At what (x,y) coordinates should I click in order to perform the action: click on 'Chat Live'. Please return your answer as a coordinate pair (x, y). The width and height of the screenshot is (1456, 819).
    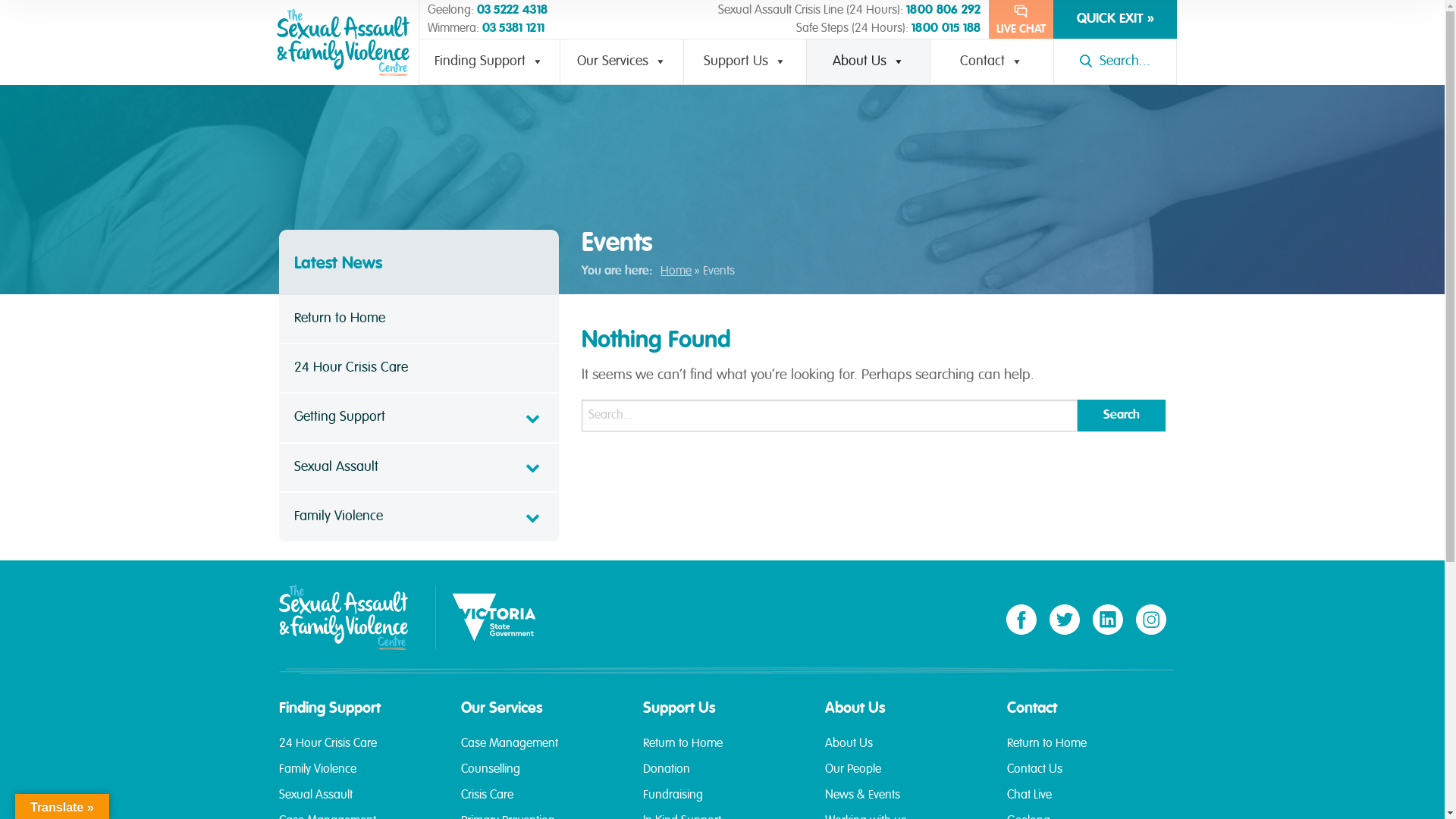
    Looking at the image, I should click on (1086, 801).